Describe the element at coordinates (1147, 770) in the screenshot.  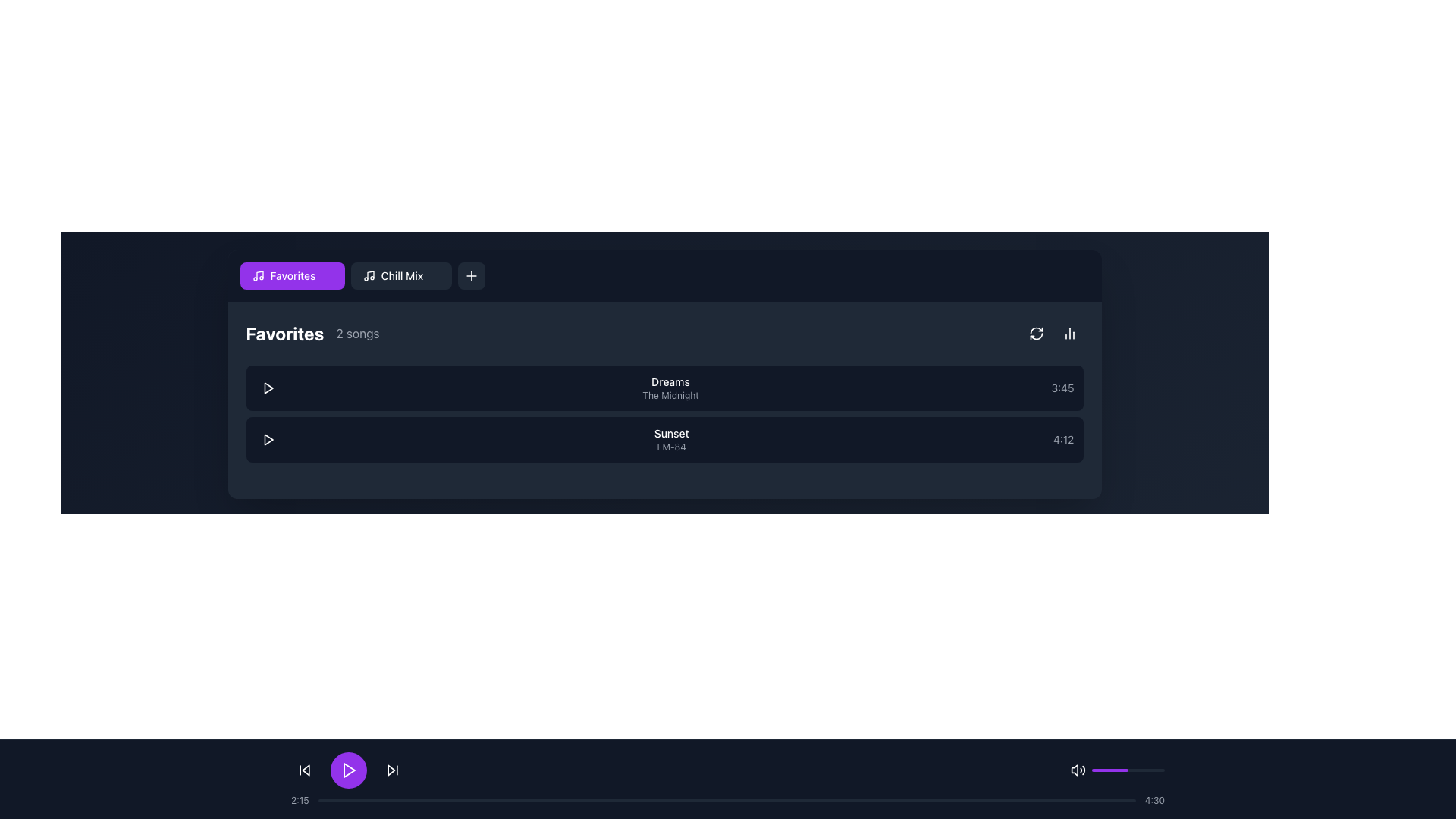
I see `slider position` at that location.